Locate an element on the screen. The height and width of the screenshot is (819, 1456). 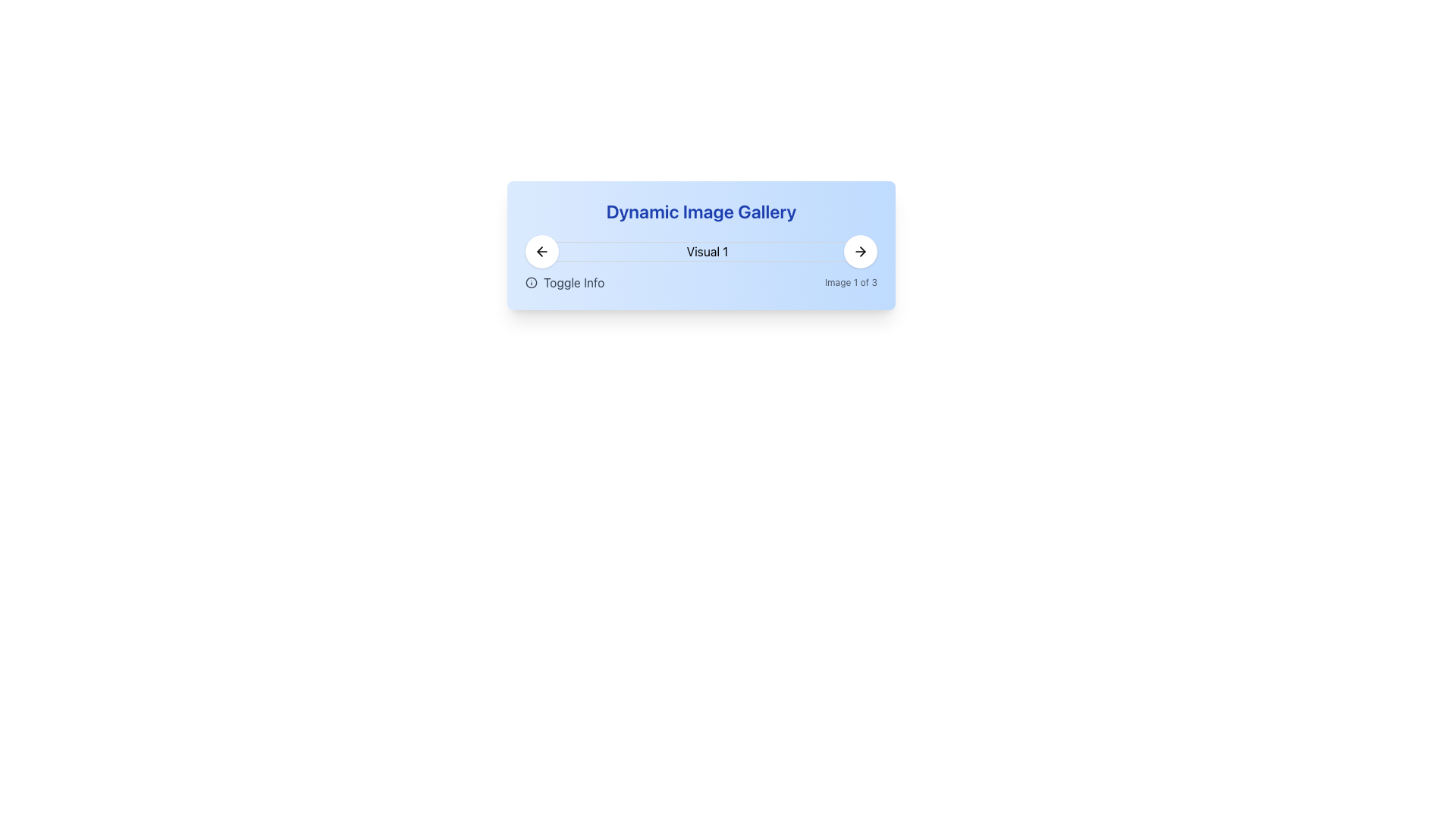
the left navigation control SVG icon within the blue header bar is located at coordinates (540, 250).